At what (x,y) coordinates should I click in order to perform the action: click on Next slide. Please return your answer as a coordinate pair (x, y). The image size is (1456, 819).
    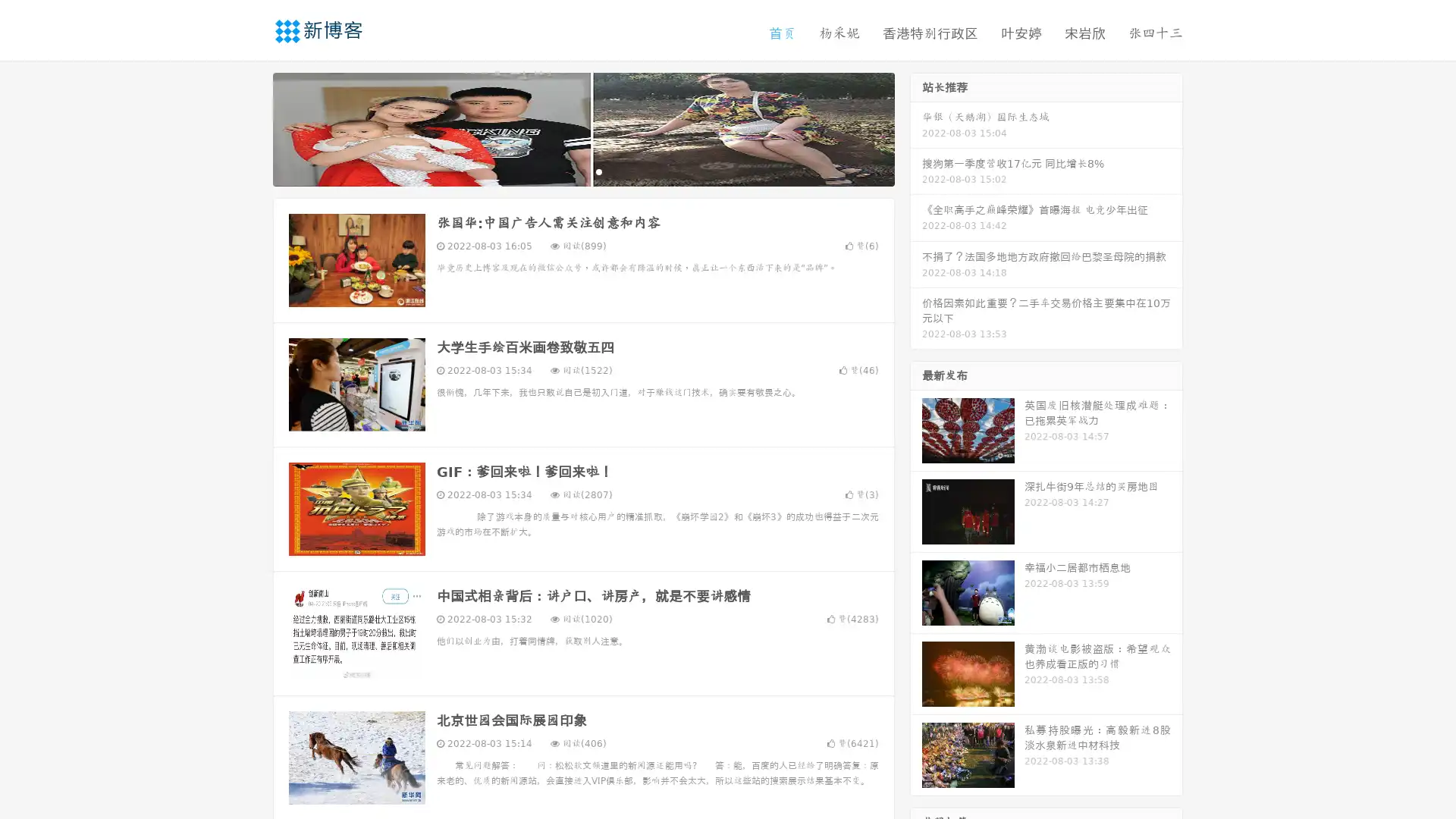
    Looking at the image, I should click on (916, 127).